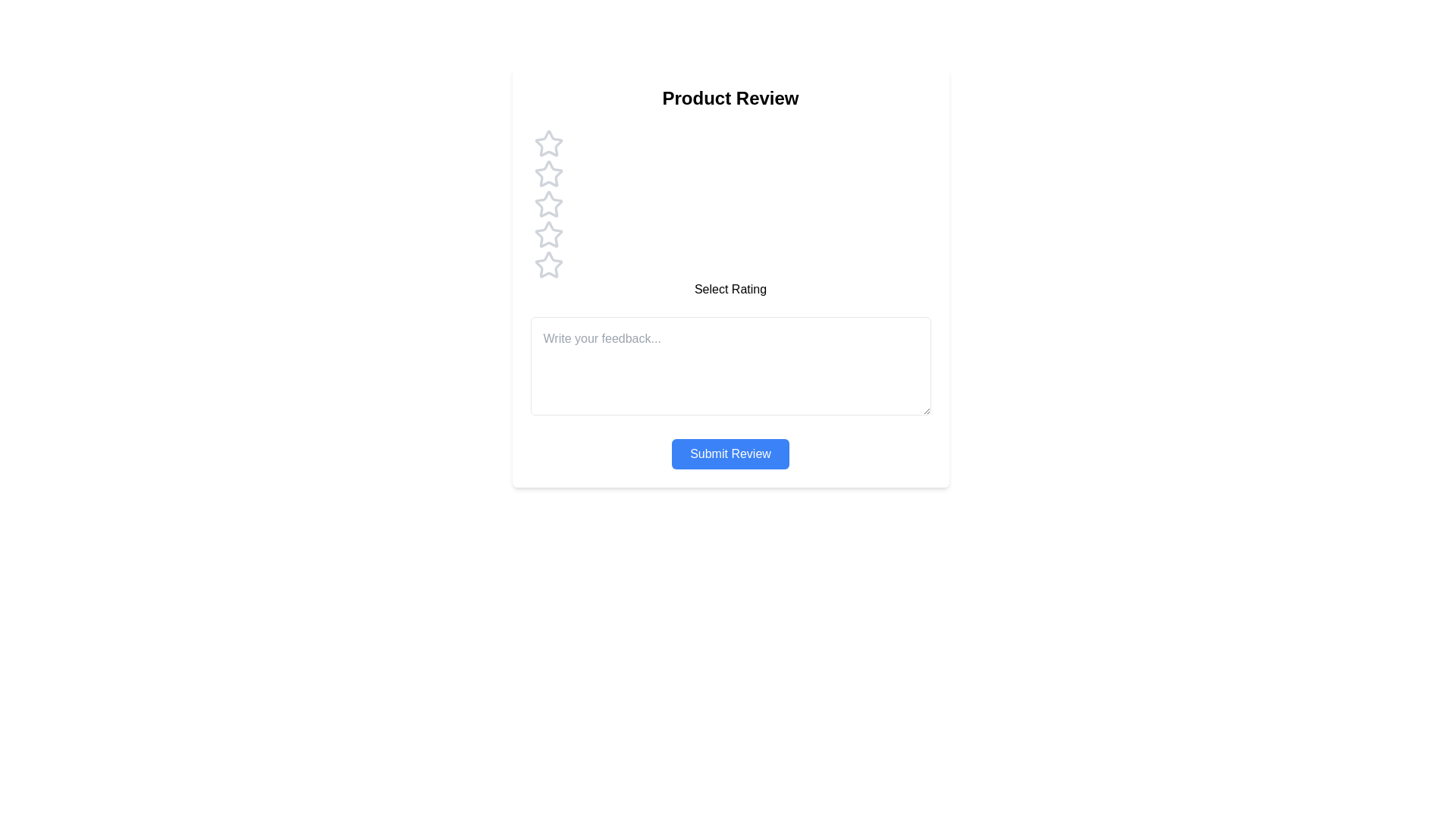 The image size is (1456, 819). I want to click on the topmost Rating Star in the vertical list, so click(548, 143).